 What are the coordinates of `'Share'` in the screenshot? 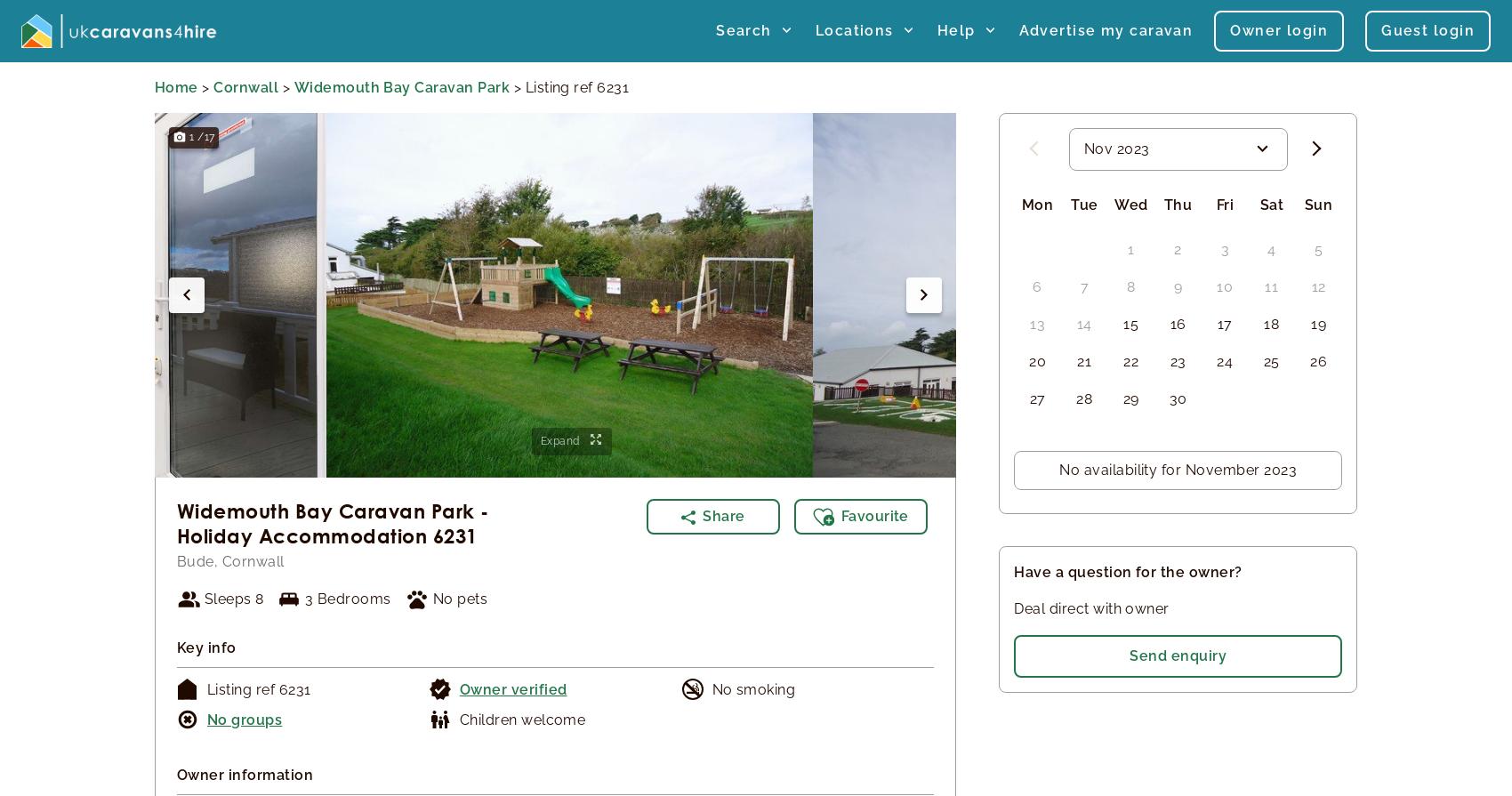 It's located at (701, 515).